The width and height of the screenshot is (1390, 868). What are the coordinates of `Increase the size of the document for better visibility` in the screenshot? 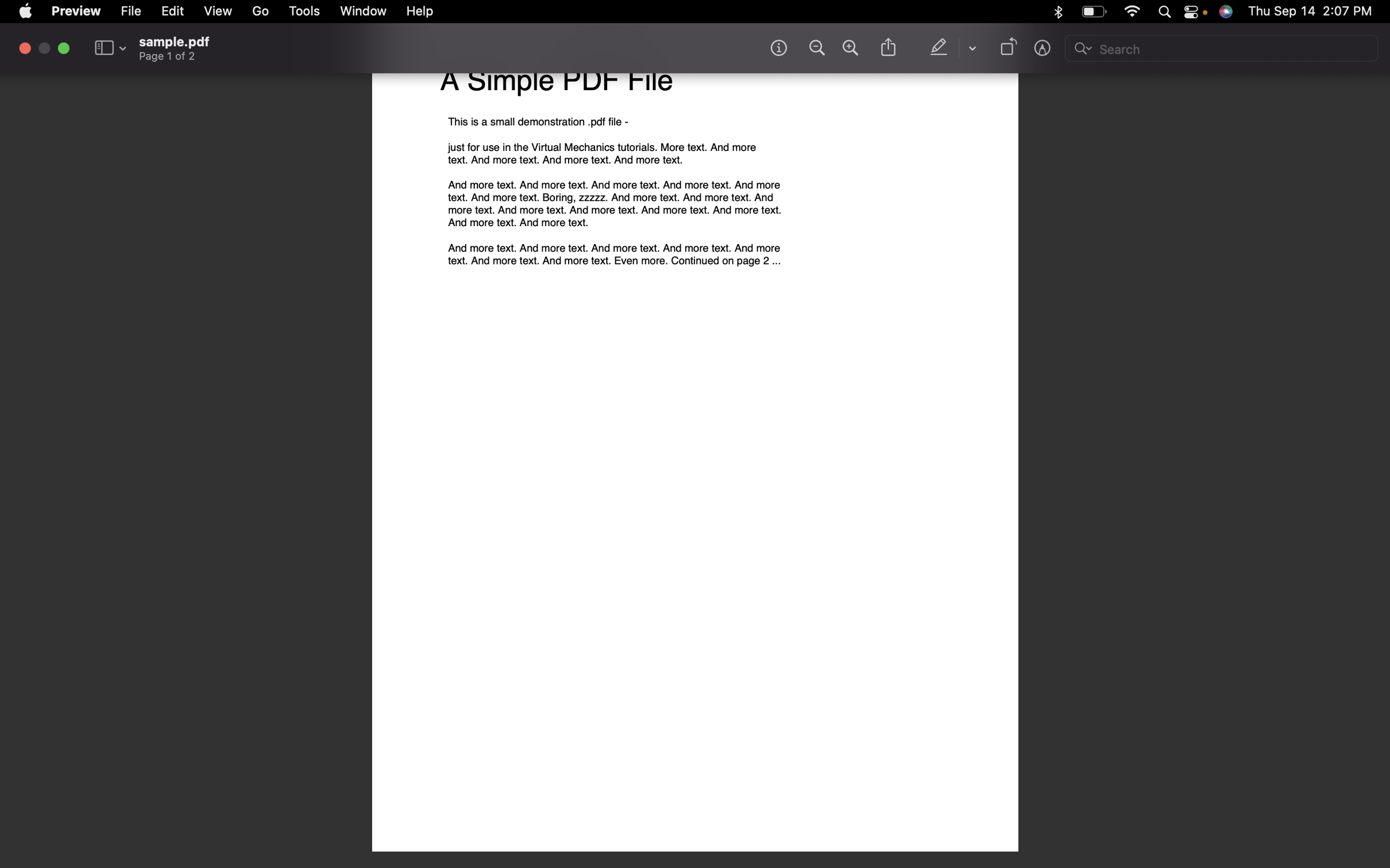 It's located at (850, 48).